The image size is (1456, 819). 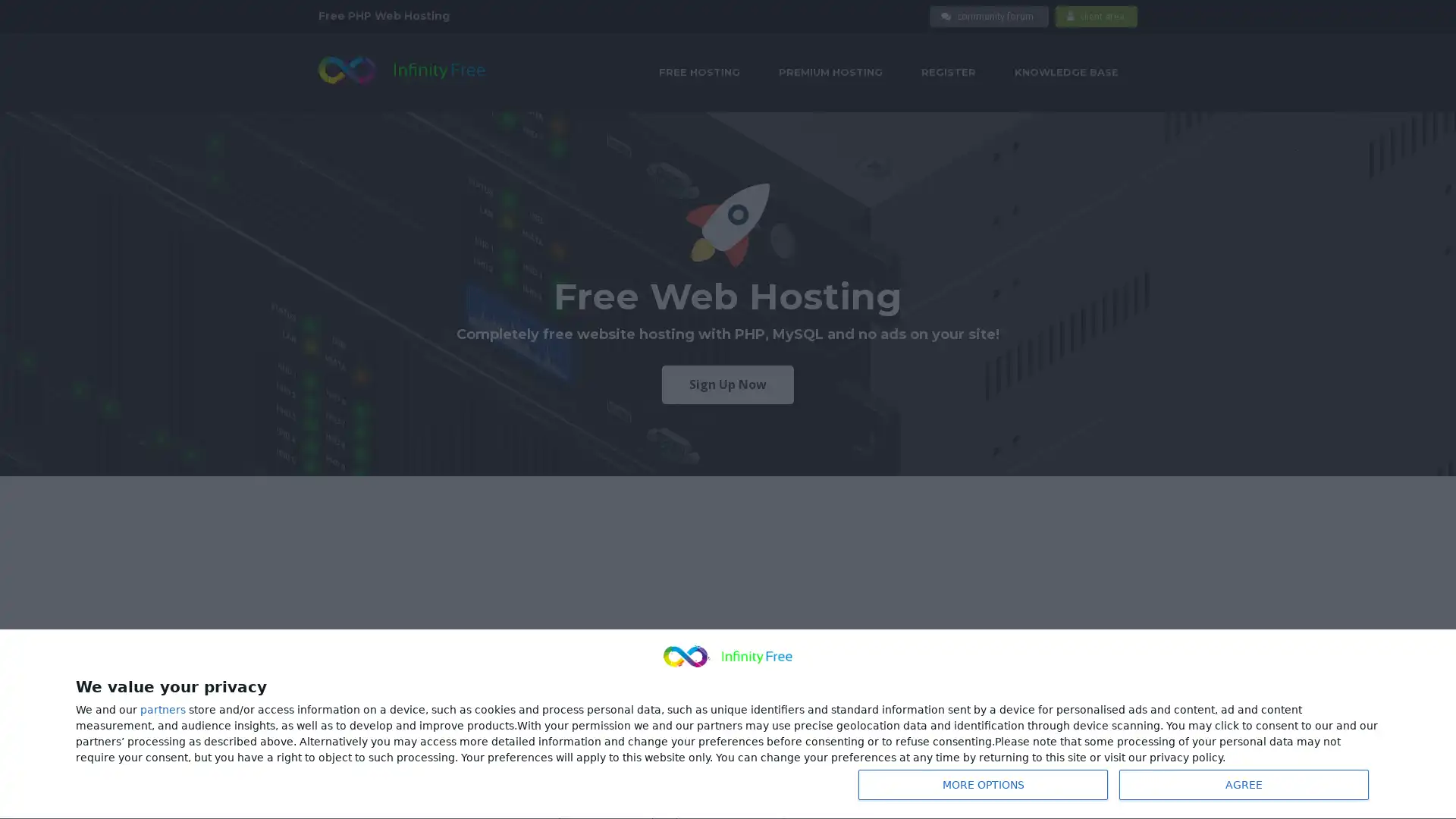 What do you see at coordinates (163, 710) in the screenshot?
I see `partners` at bounding box center [163, 710].